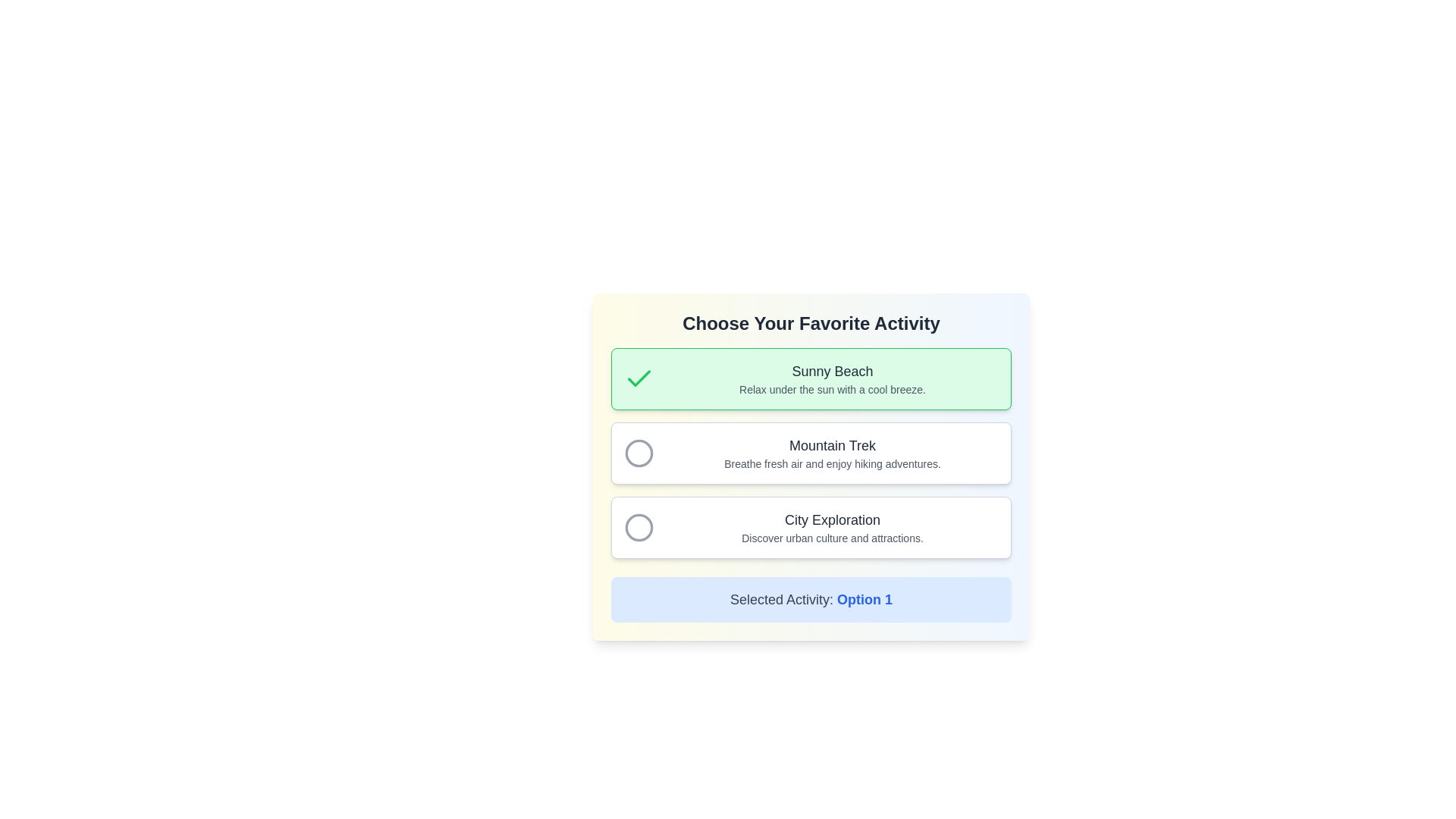 The image size is (1456, 819). What do you see at coordinates (639, 452) in the screenshot?
I see `the unselected radio button for the 'Mountain Trek' option in the selection interface` at bounding box center [639, 452].